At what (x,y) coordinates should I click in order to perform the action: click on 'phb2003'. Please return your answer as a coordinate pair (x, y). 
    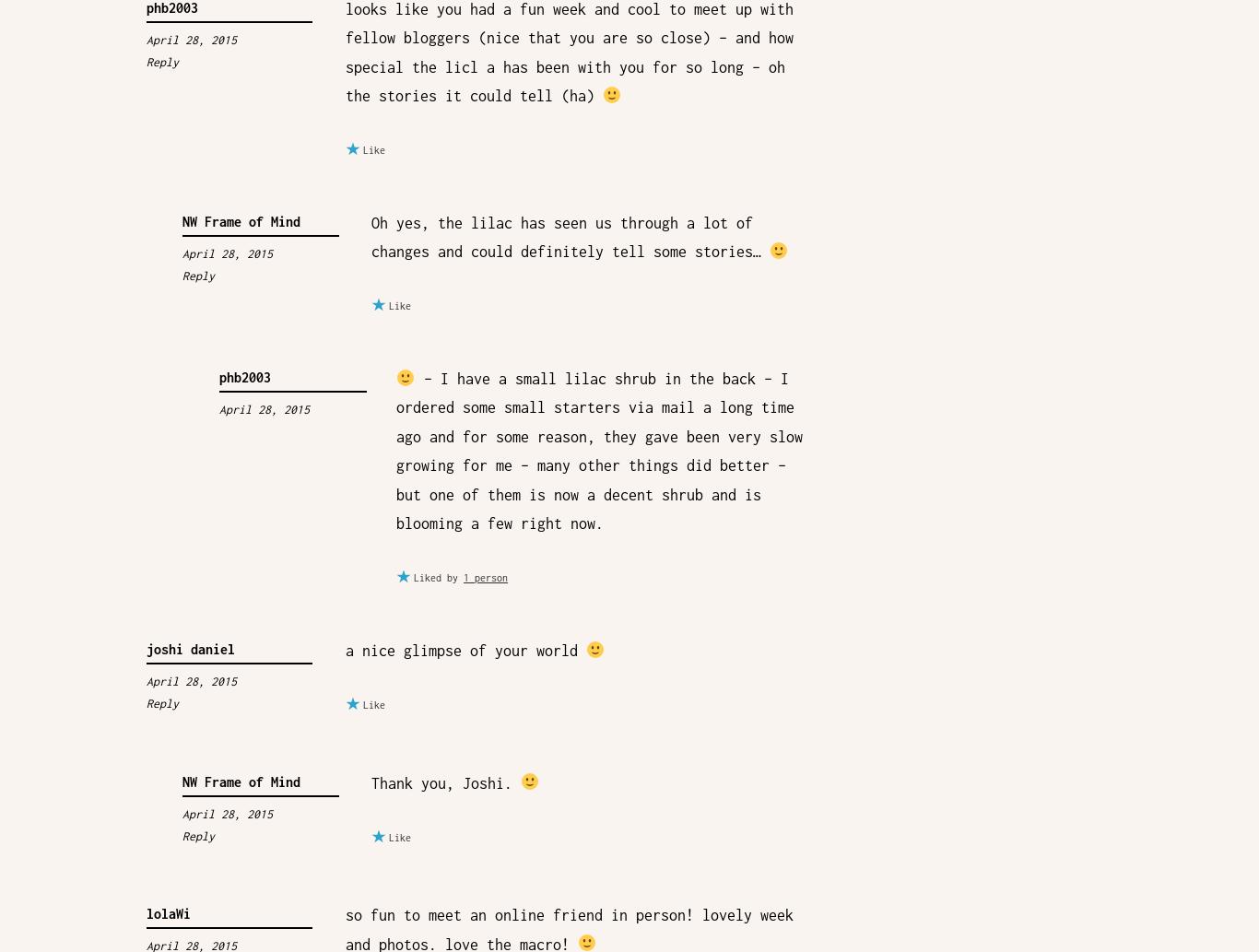
    Looking at the image, I should click on (218, 376).